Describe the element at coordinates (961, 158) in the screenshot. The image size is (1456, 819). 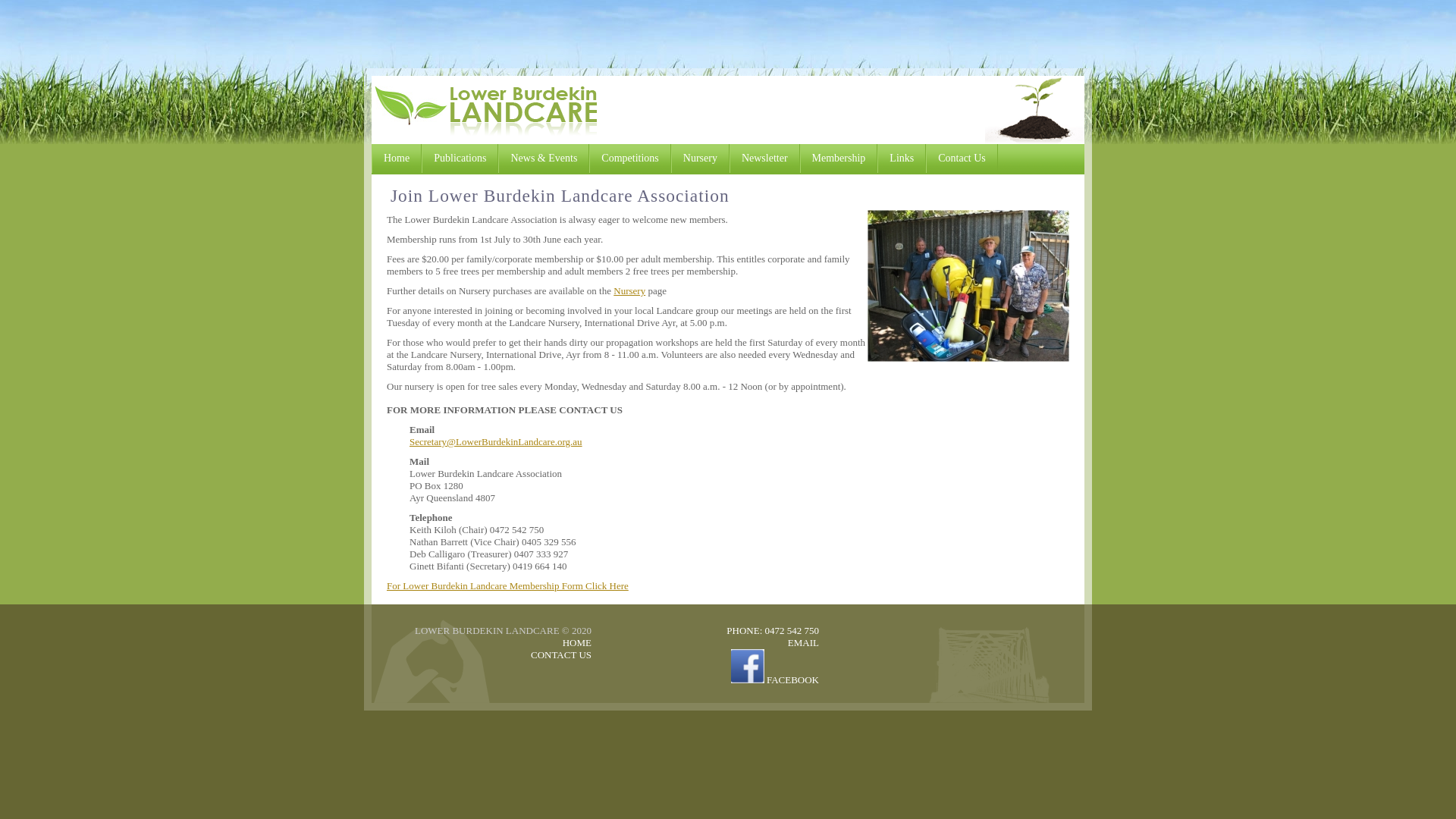
I see `'Contact Us'` at that location.